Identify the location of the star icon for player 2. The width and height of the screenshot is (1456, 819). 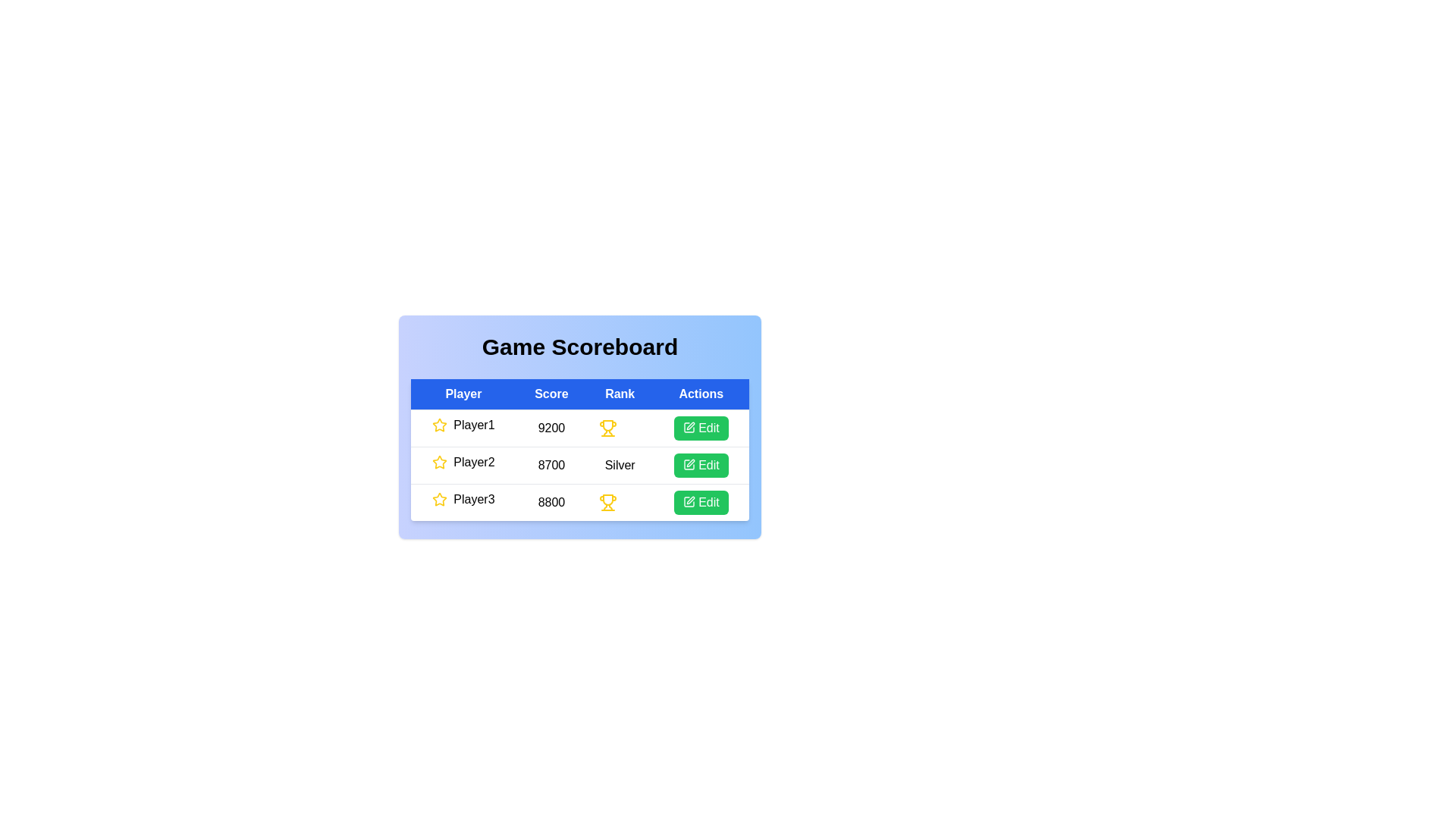
(439, 461).